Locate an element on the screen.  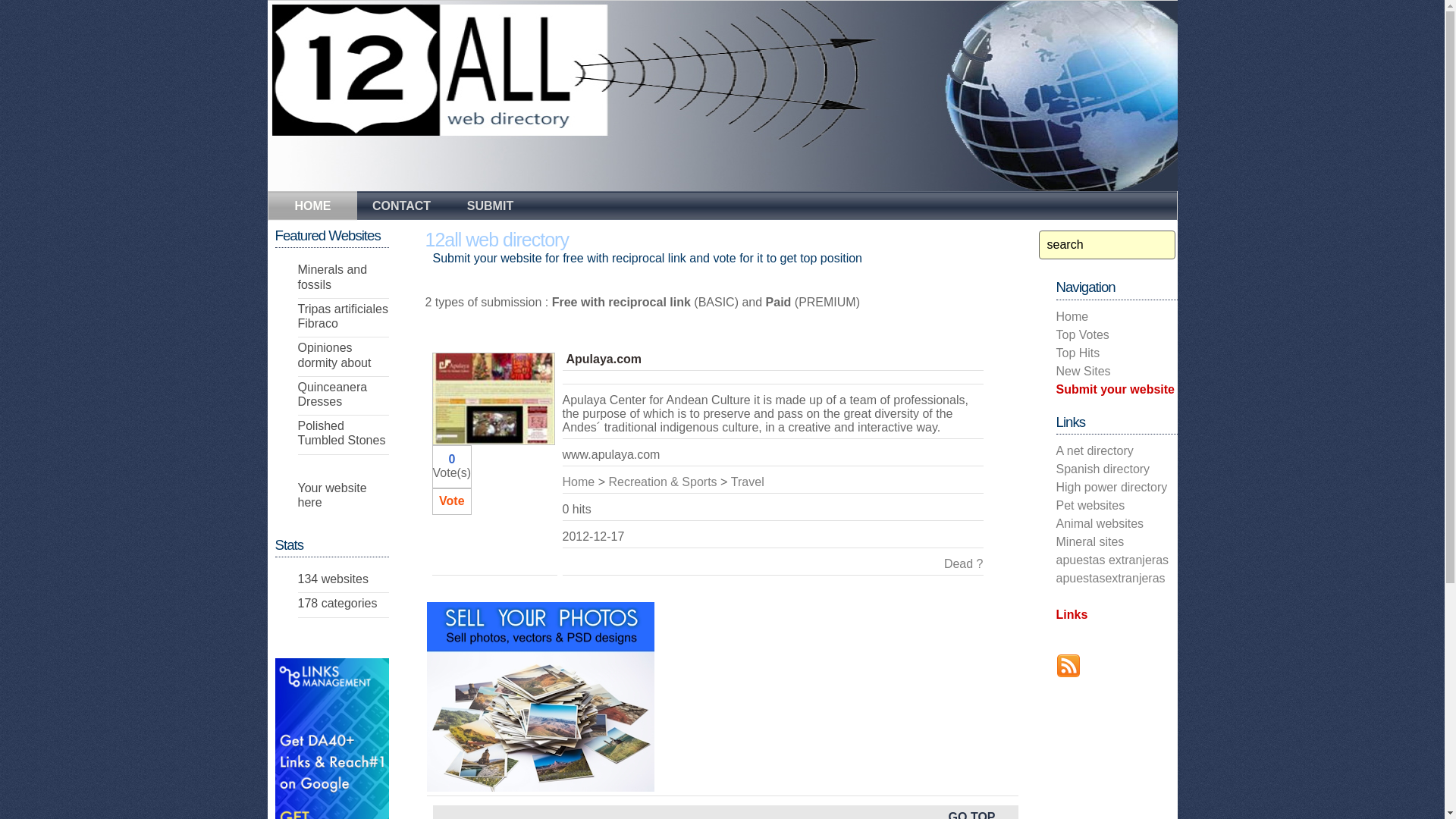
'Top Votes' is located at coordinates (1081, 334).